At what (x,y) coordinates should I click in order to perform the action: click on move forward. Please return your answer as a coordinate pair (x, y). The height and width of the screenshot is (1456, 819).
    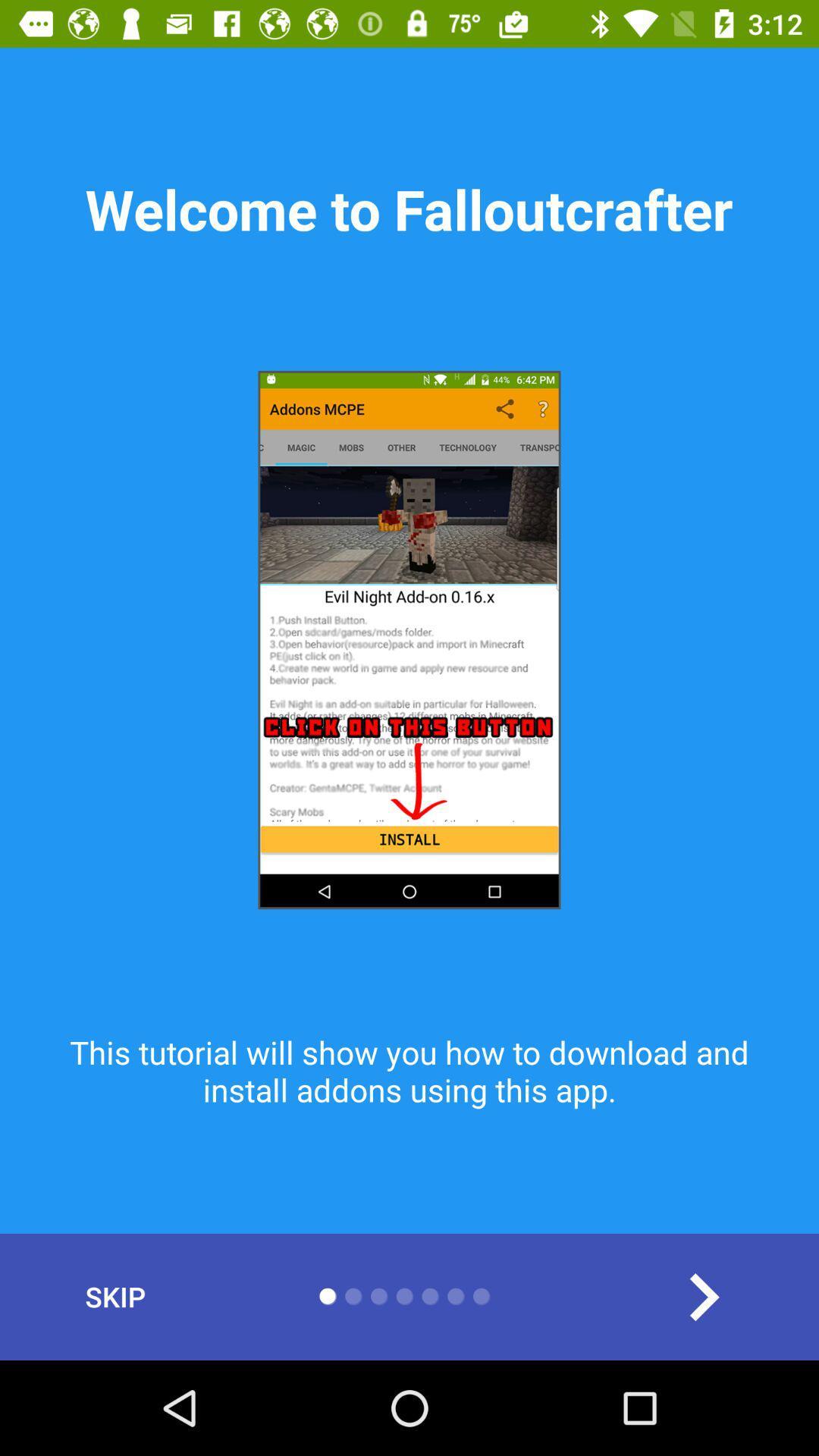
    Looking at the image, I should click on (703, 1296).